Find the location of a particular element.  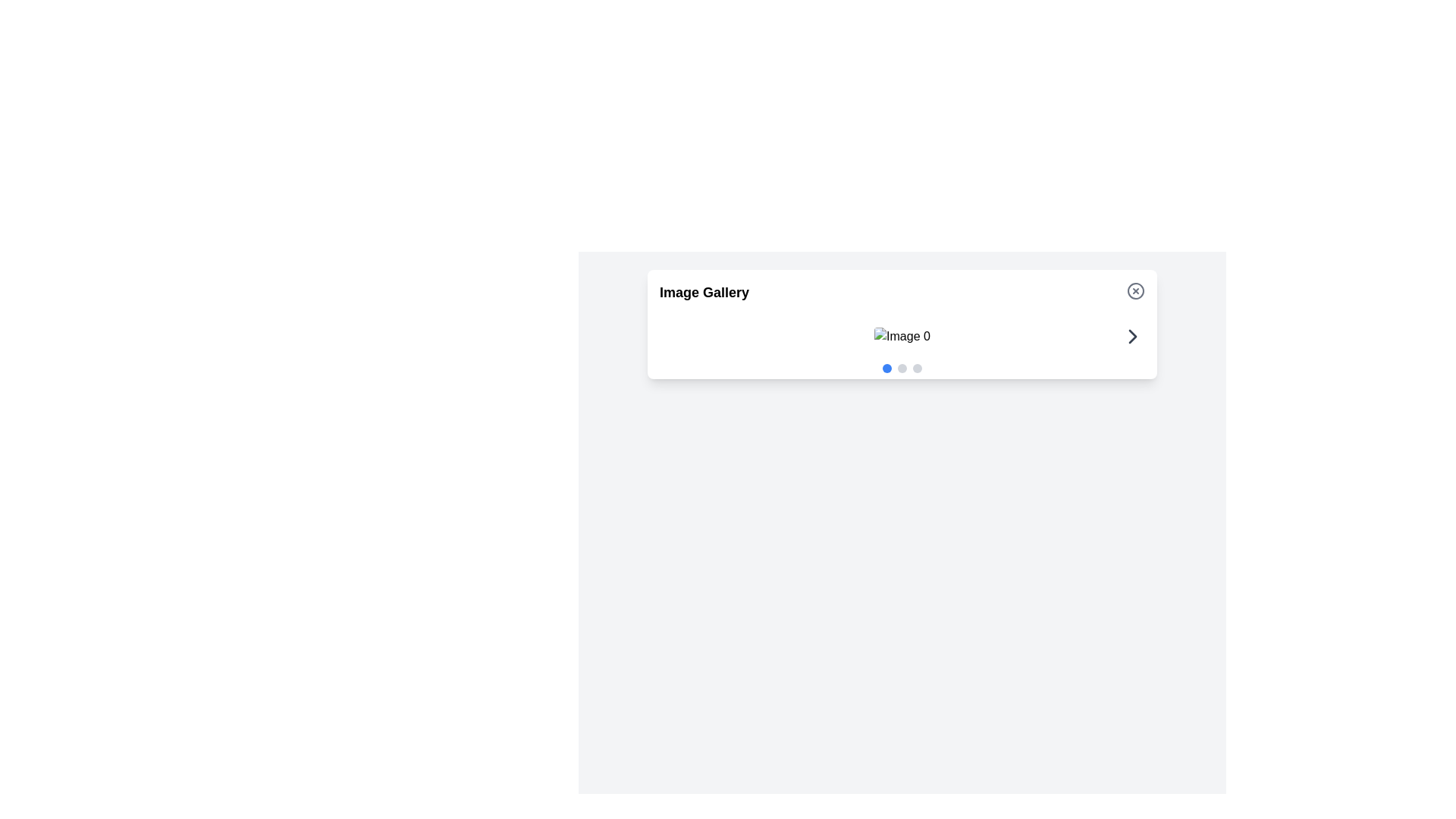

the leftmost blue Indicator Dot, which serves as a page indicator for a carousel is located at coordinates (887, 369).